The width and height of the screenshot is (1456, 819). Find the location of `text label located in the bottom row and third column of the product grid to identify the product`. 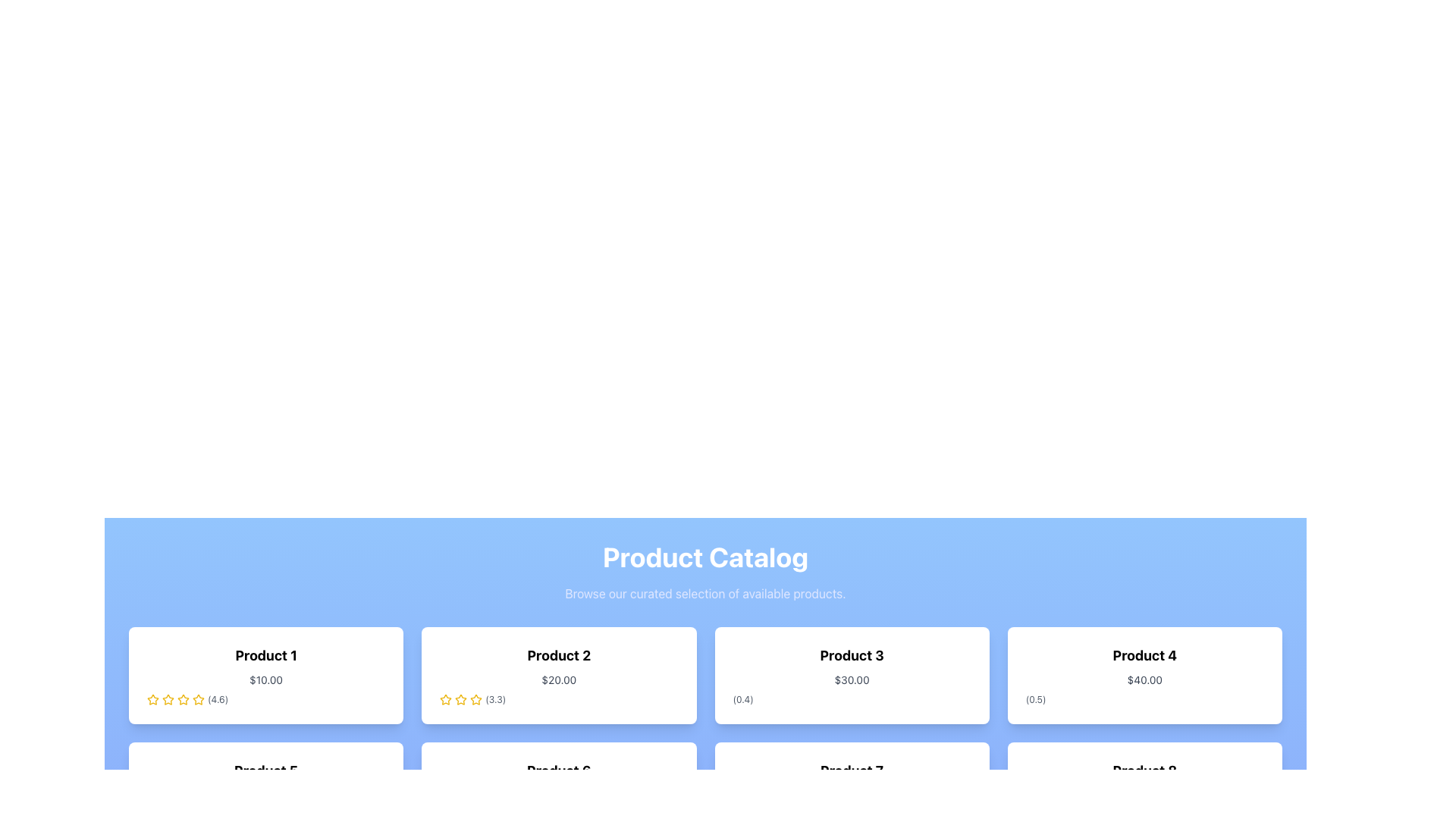

text label located in the bottom row and third column of the product grid to identify the product is located at coordinates (852, 771).